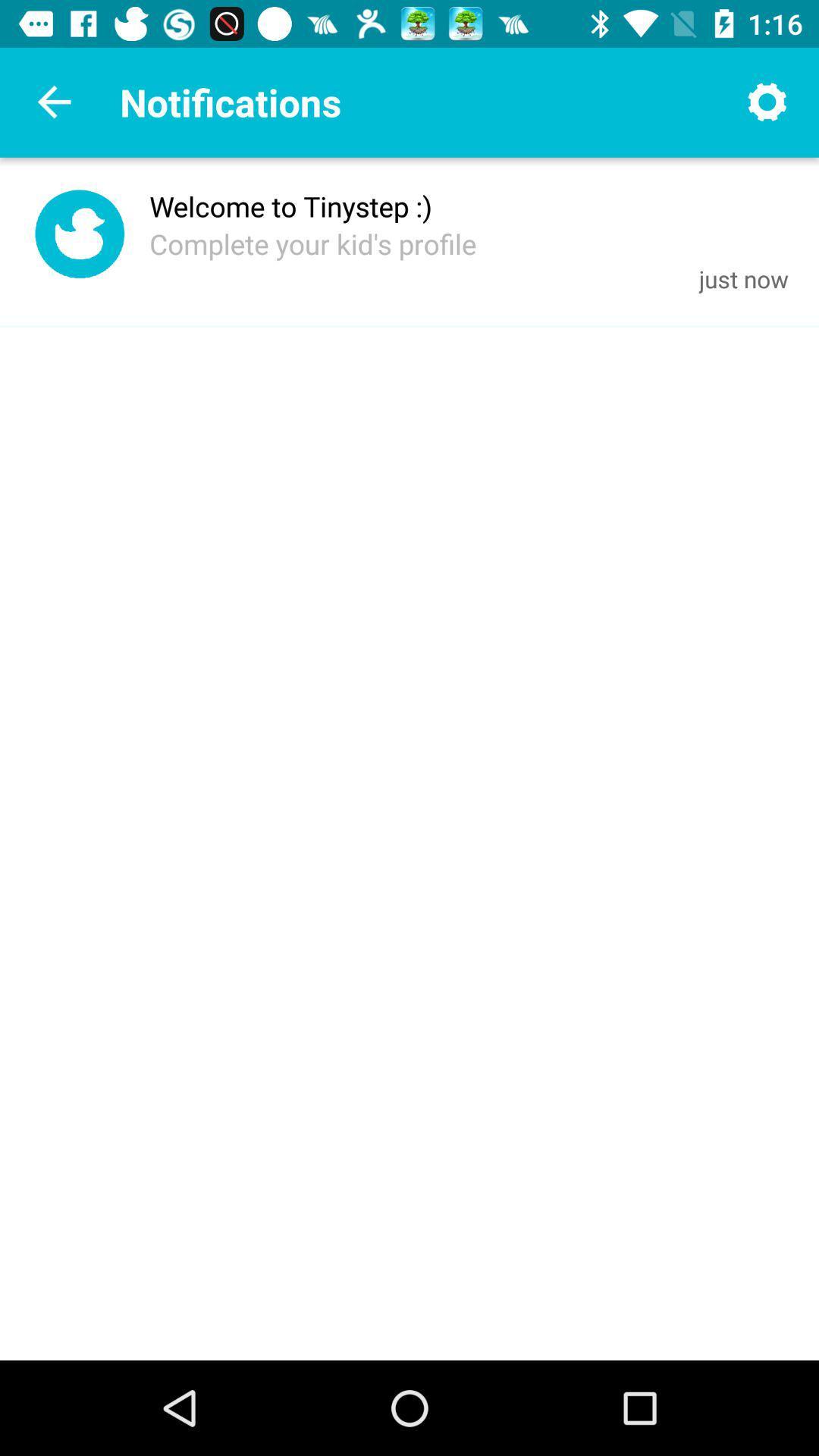  What do you see at coordinates (312, 243) in the screenshot?
I see `complete your kid` at bounding box center [312, 243].